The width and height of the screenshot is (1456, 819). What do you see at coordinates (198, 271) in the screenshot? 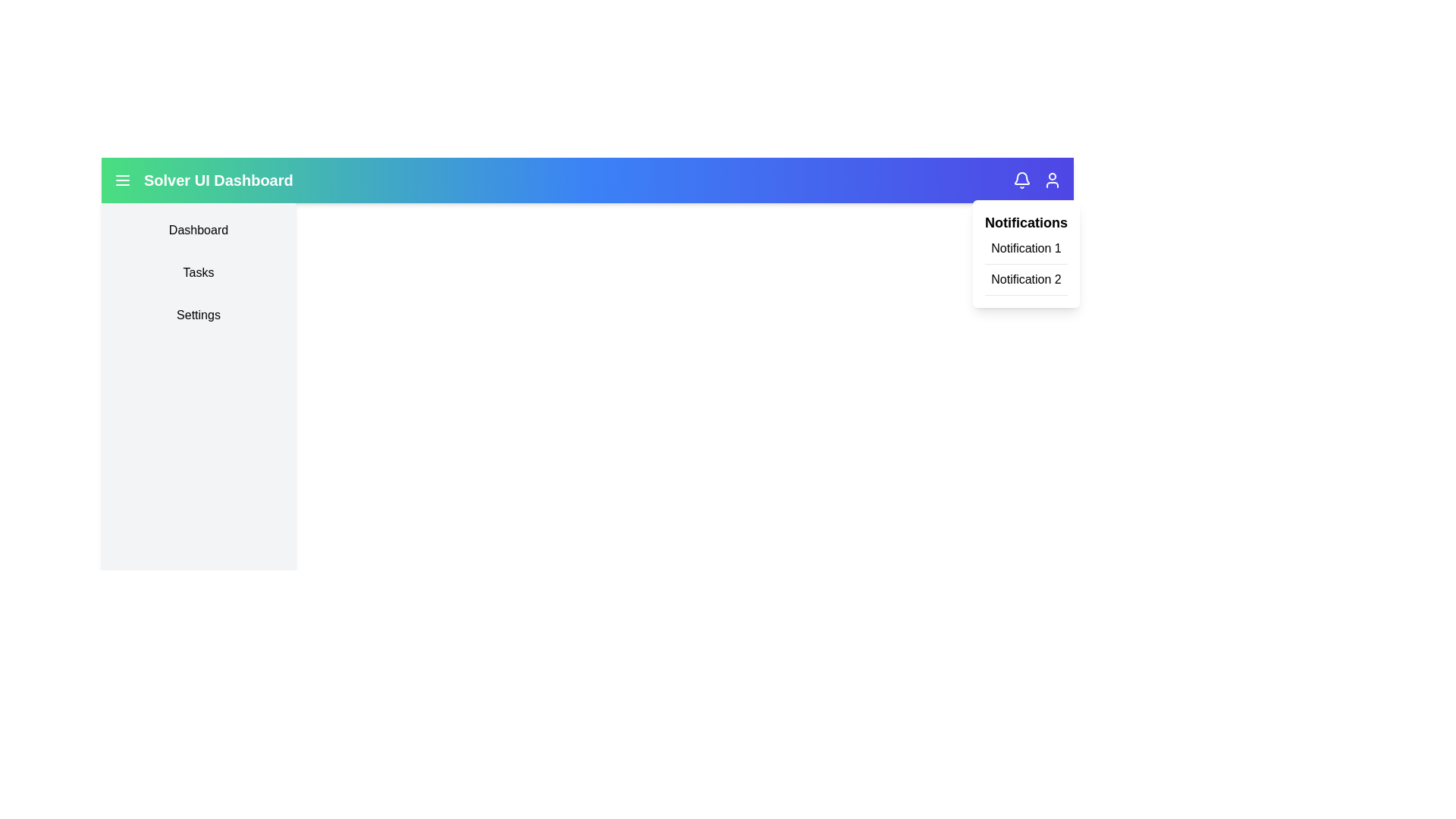
I see `the navigation menu located in the left sidebar of the application` at bounding box center [198, 271].